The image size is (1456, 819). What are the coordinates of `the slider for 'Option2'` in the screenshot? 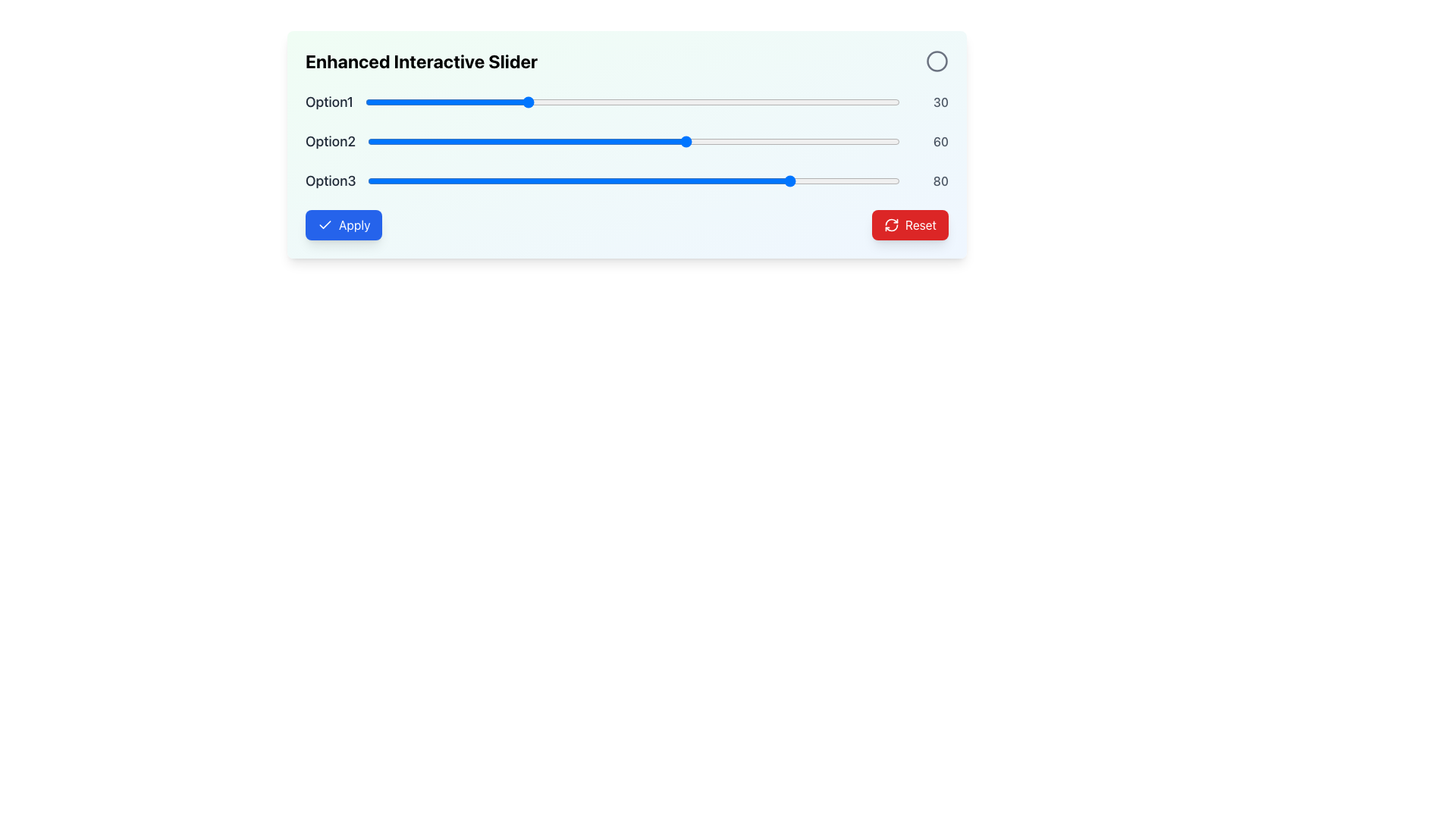 It's located at (378, 141).